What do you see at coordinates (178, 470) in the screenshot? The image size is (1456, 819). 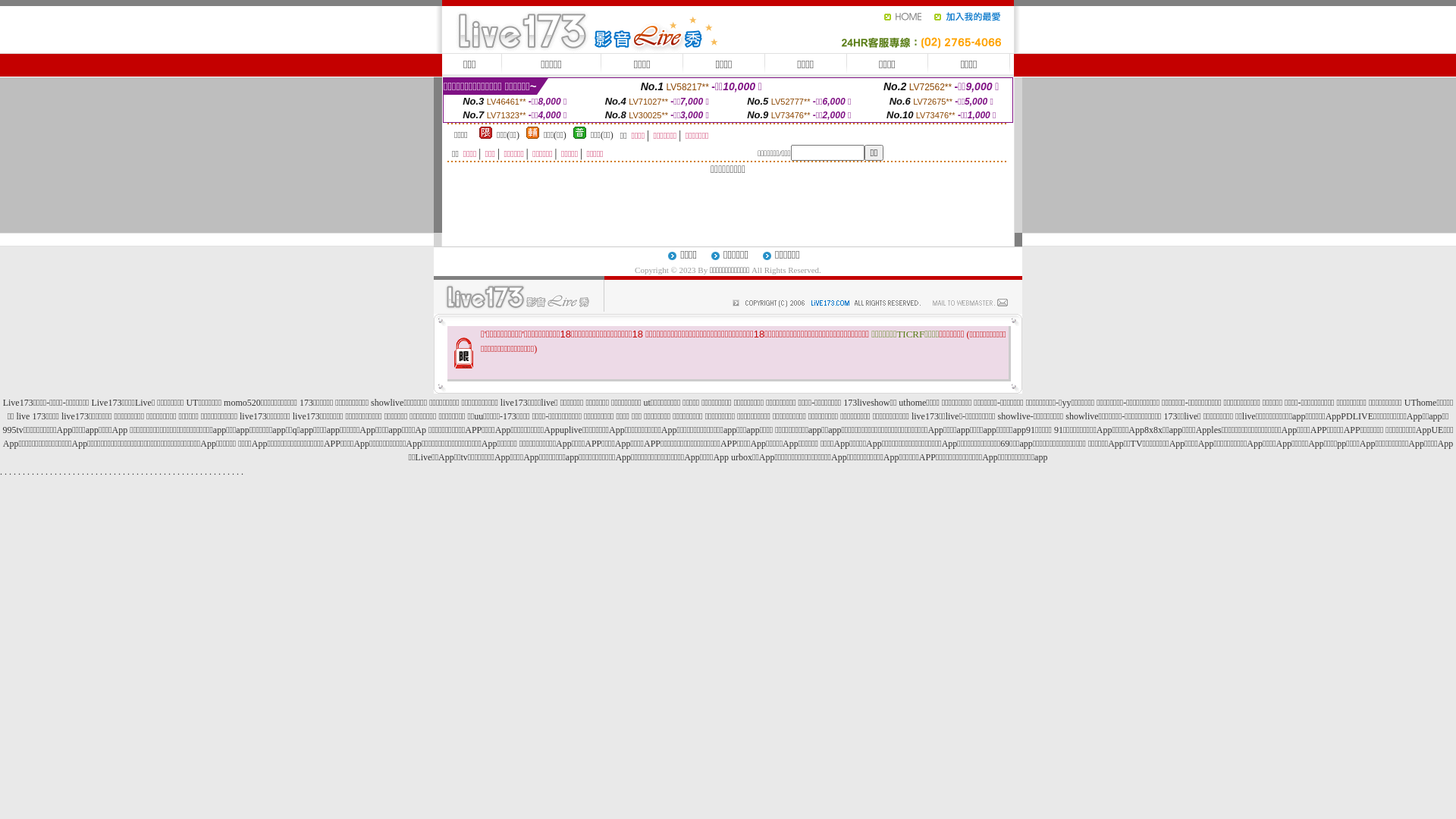 I see `'.'` at bounding box center [178, 470].